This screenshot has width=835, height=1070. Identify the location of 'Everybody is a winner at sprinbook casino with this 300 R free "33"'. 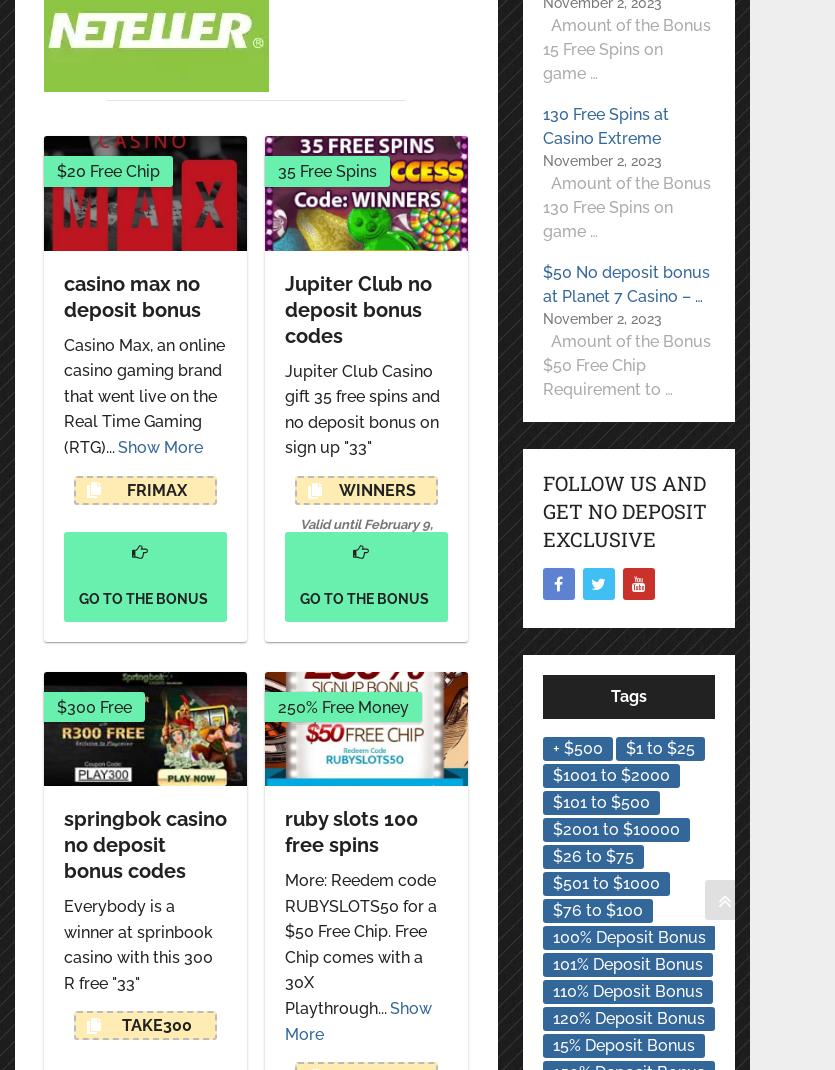
(137, 942).